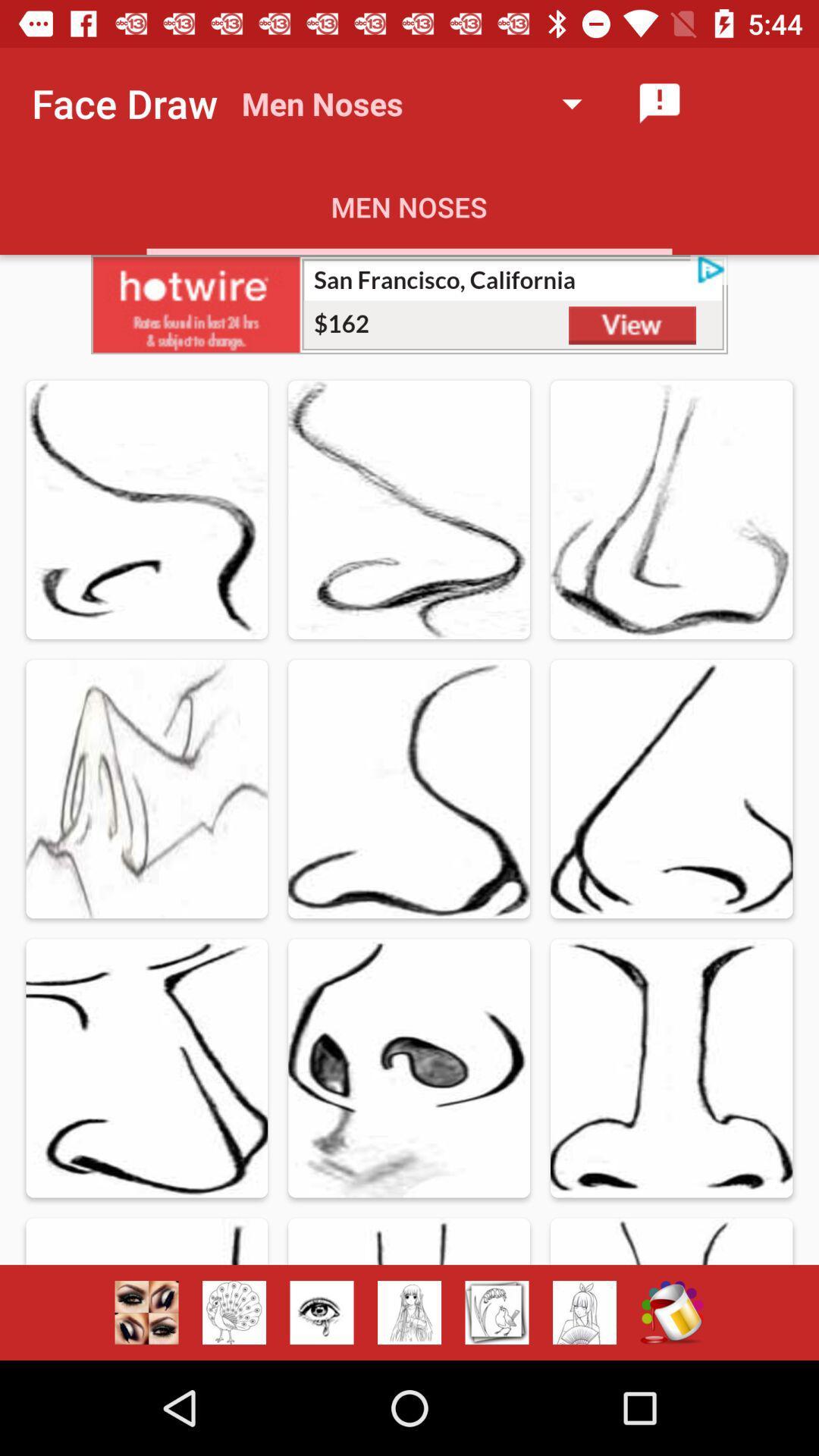  What do you see at coordinates (321, 1312) in the screenshot?
I see `ice button` at bounding box center [321, 1312].